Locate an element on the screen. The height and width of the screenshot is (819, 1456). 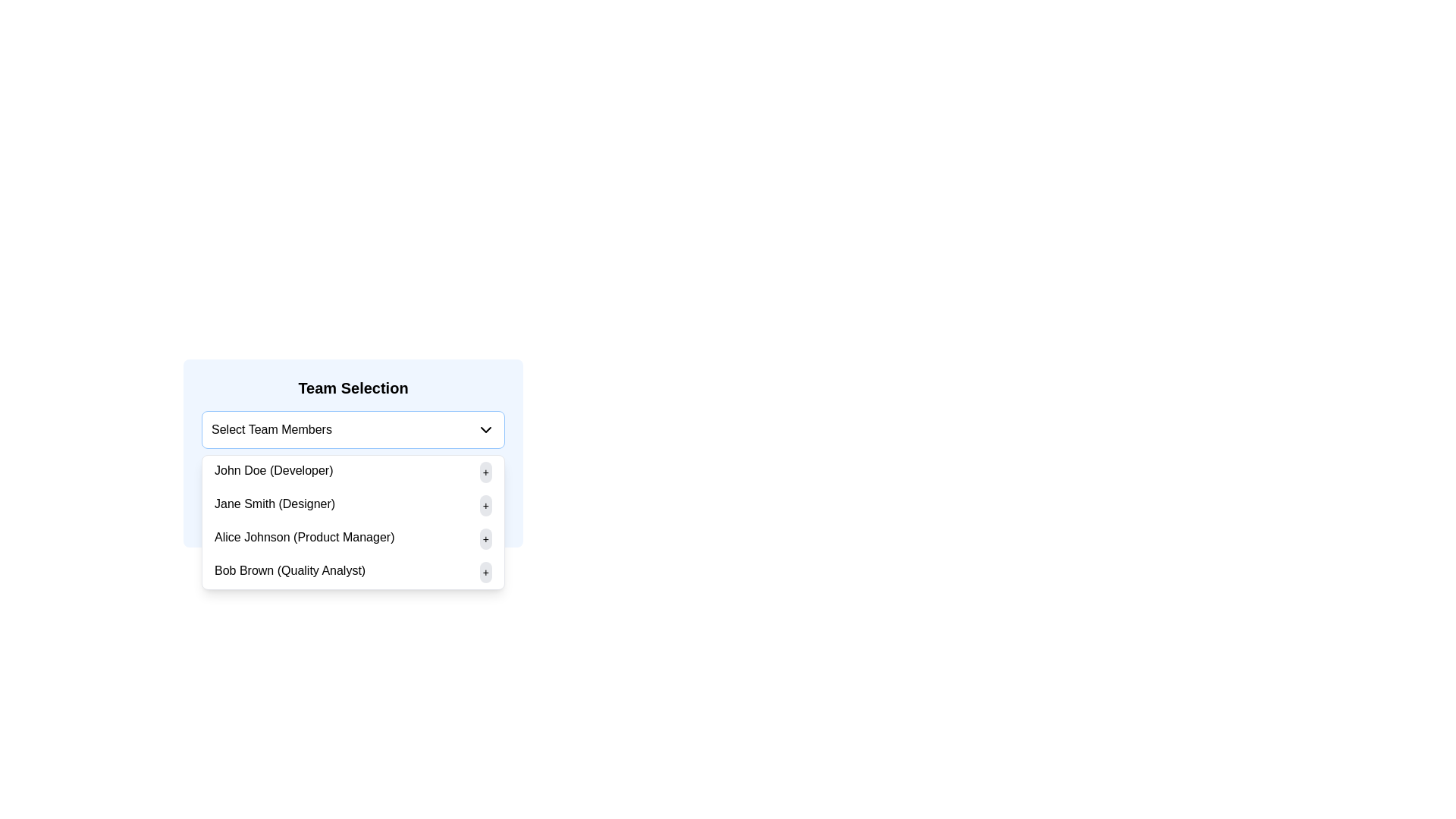
the button located to the right of 'Jane Smith (Designer)' in the 'Team Selection' section is located at coordinates (485, 506).